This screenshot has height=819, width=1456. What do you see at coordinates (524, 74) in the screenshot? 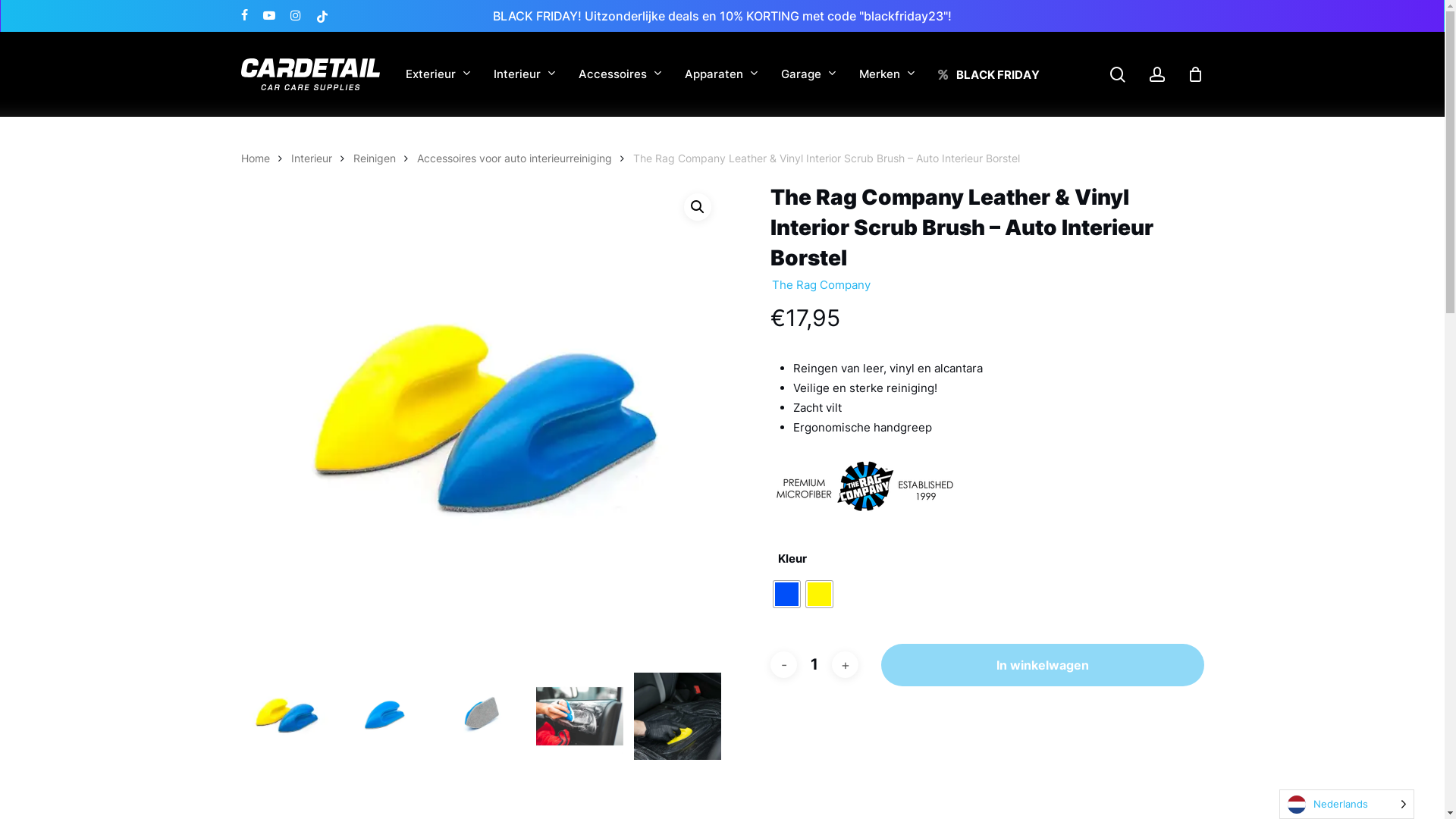
I see `'Interieur'` at bounding box center [524, 74].